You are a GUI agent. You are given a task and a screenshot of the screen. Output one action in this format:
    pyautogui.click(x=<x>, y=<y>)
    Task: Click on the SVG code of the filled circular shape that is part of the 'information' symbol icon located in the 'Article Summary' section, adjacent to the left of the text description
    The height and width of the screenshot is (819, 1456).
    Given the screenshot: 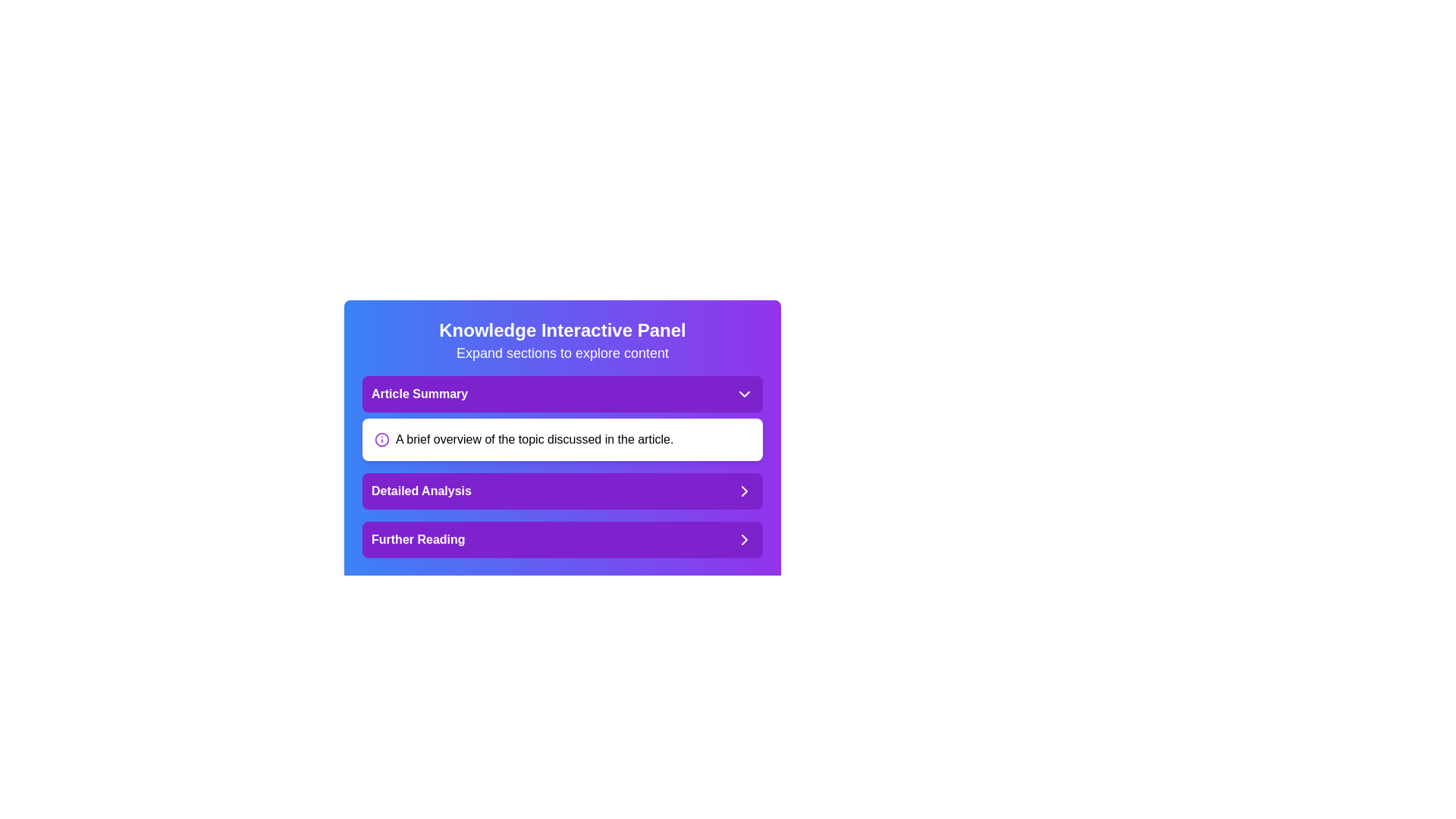 What is the action you would take?
    pyautogui.click(x=382, y=439)
    